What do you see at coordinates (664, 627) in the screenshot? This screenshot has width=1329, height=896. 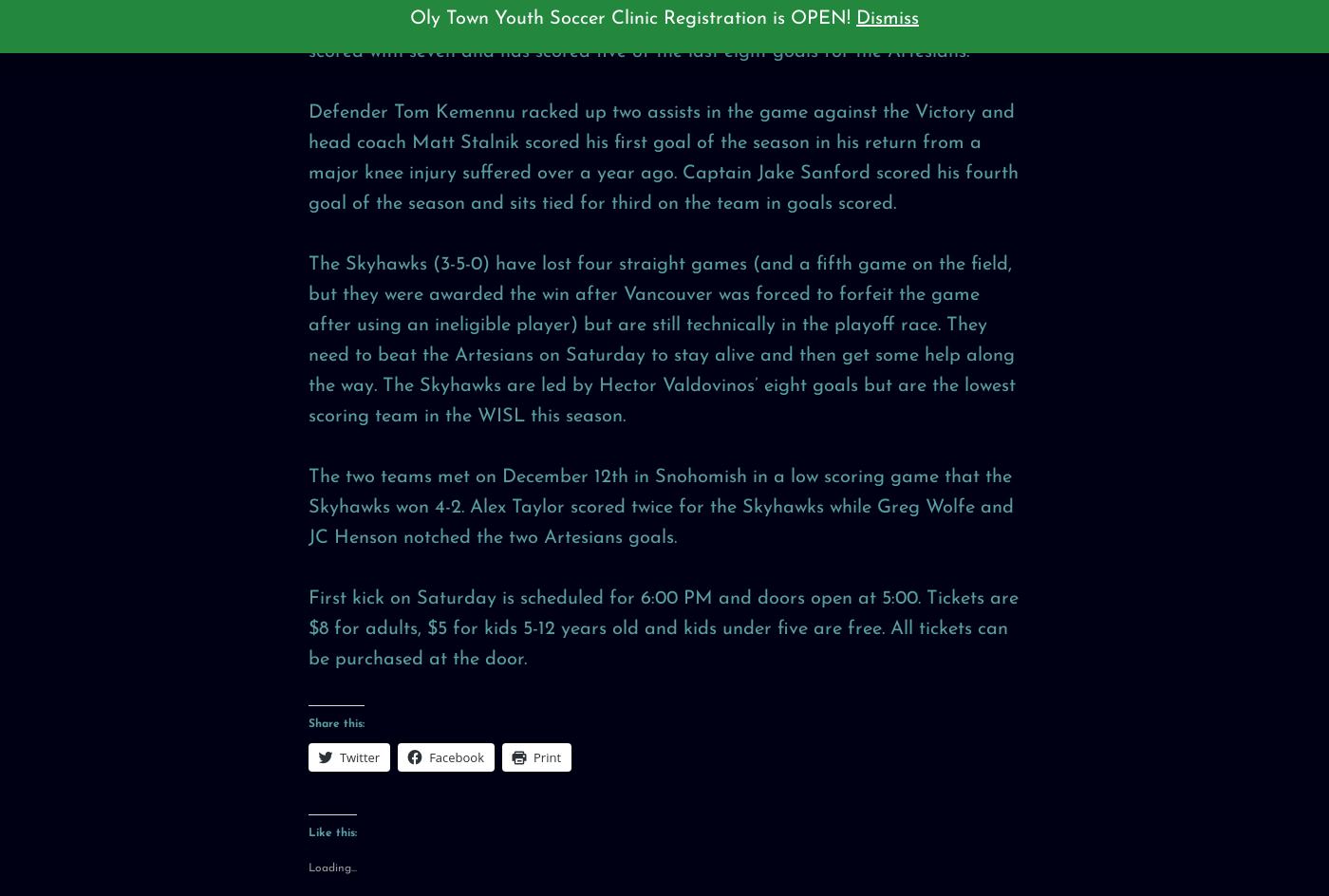 I see `'First kick on Saturday is scheduled for 6:00 PM and doors open at 5:00. Tickets are $8 for adults, $5 for kids 5-12 years old and kids under five are free. All tickets can be purchased at the door.'` at bounding box center [664, 627].